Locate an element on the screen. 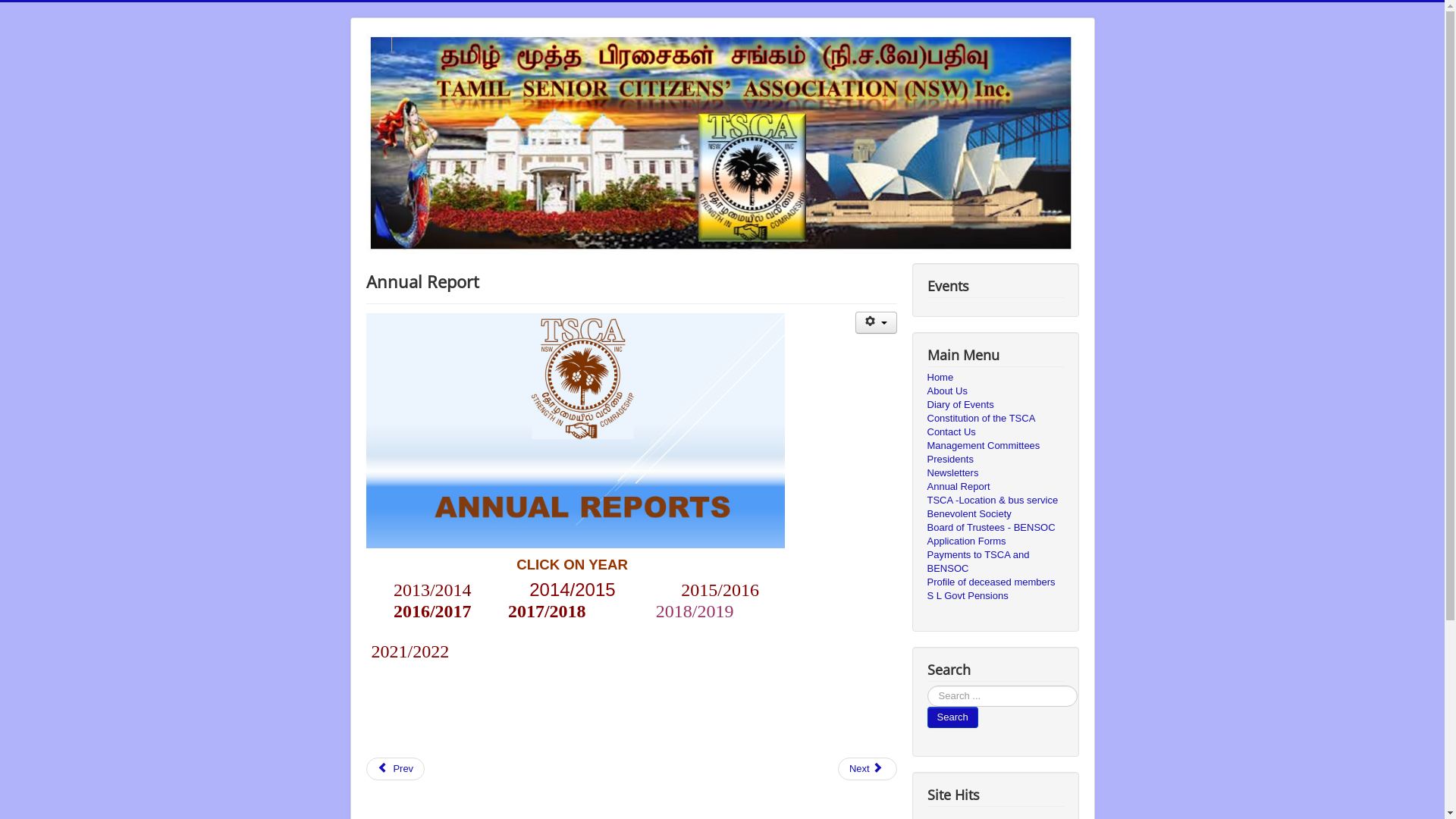 Image resolution: width=1456 pixels, height=819 pixels. 'Contact Us' is located at coordinates (994, 432).